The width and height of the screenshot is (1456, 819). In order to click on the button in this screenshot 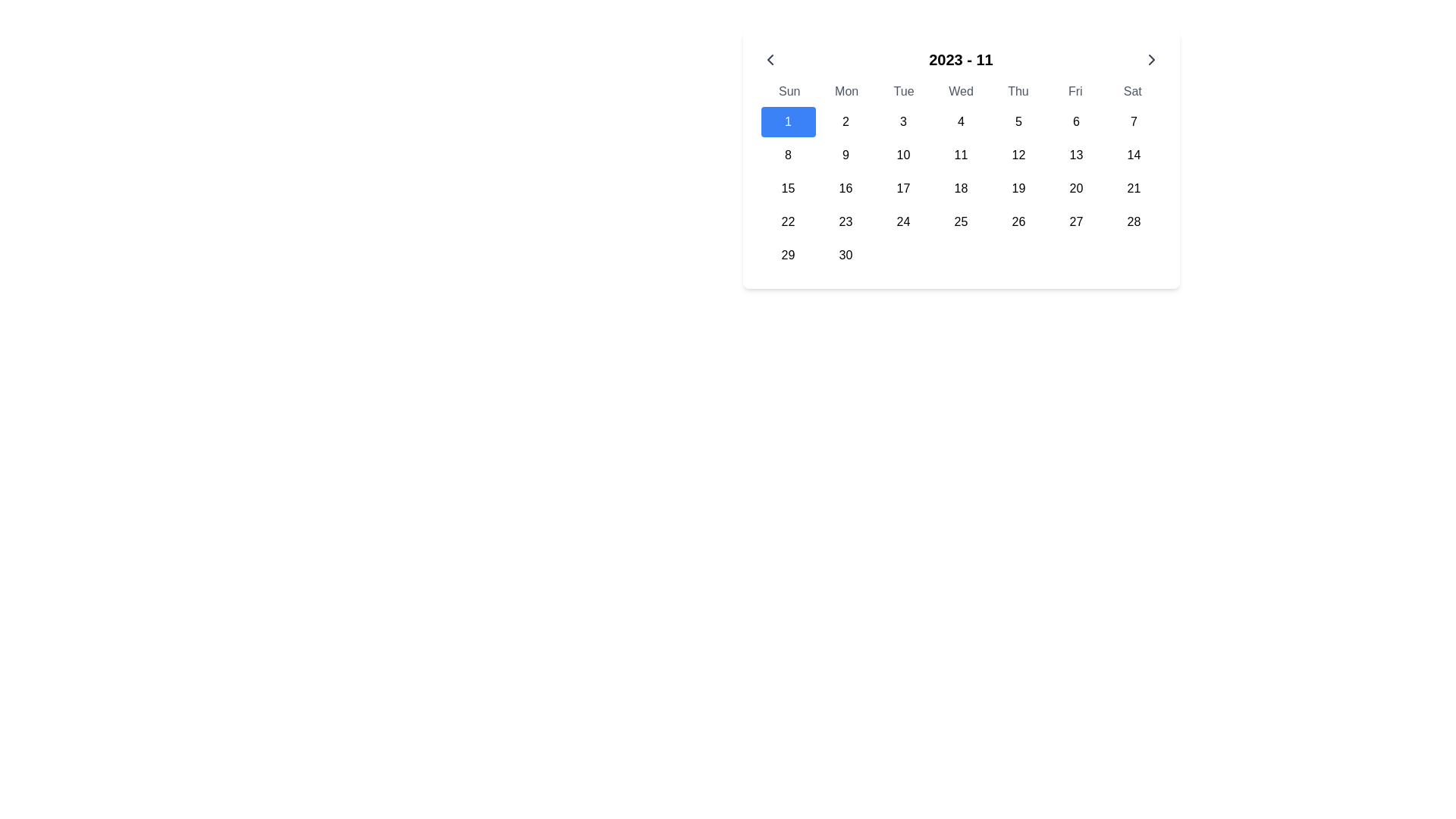, I will do `click(770, 58)`.